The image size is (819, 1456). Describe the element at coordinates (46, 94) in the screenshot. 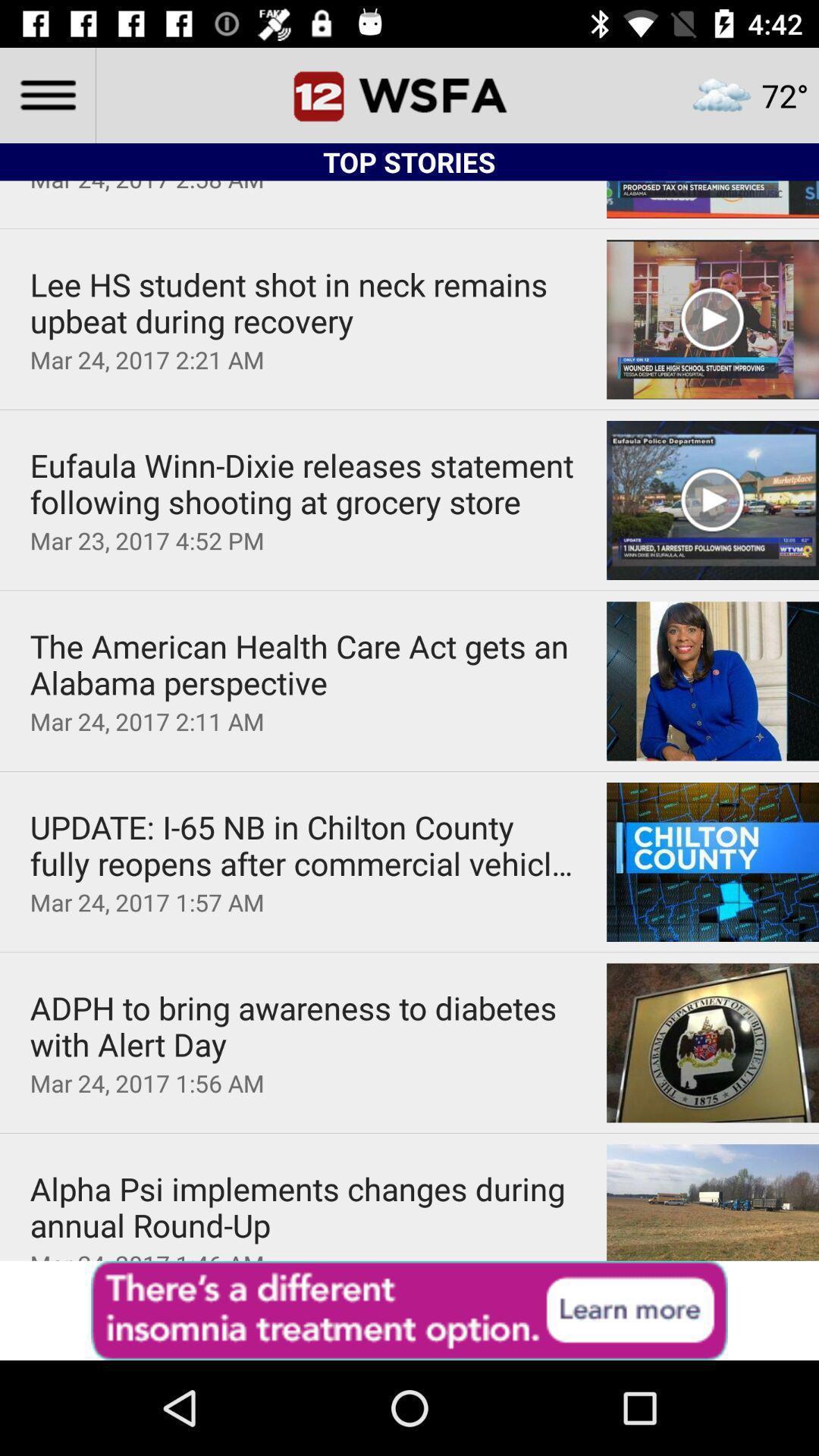

I see `the menu icon` at that location.